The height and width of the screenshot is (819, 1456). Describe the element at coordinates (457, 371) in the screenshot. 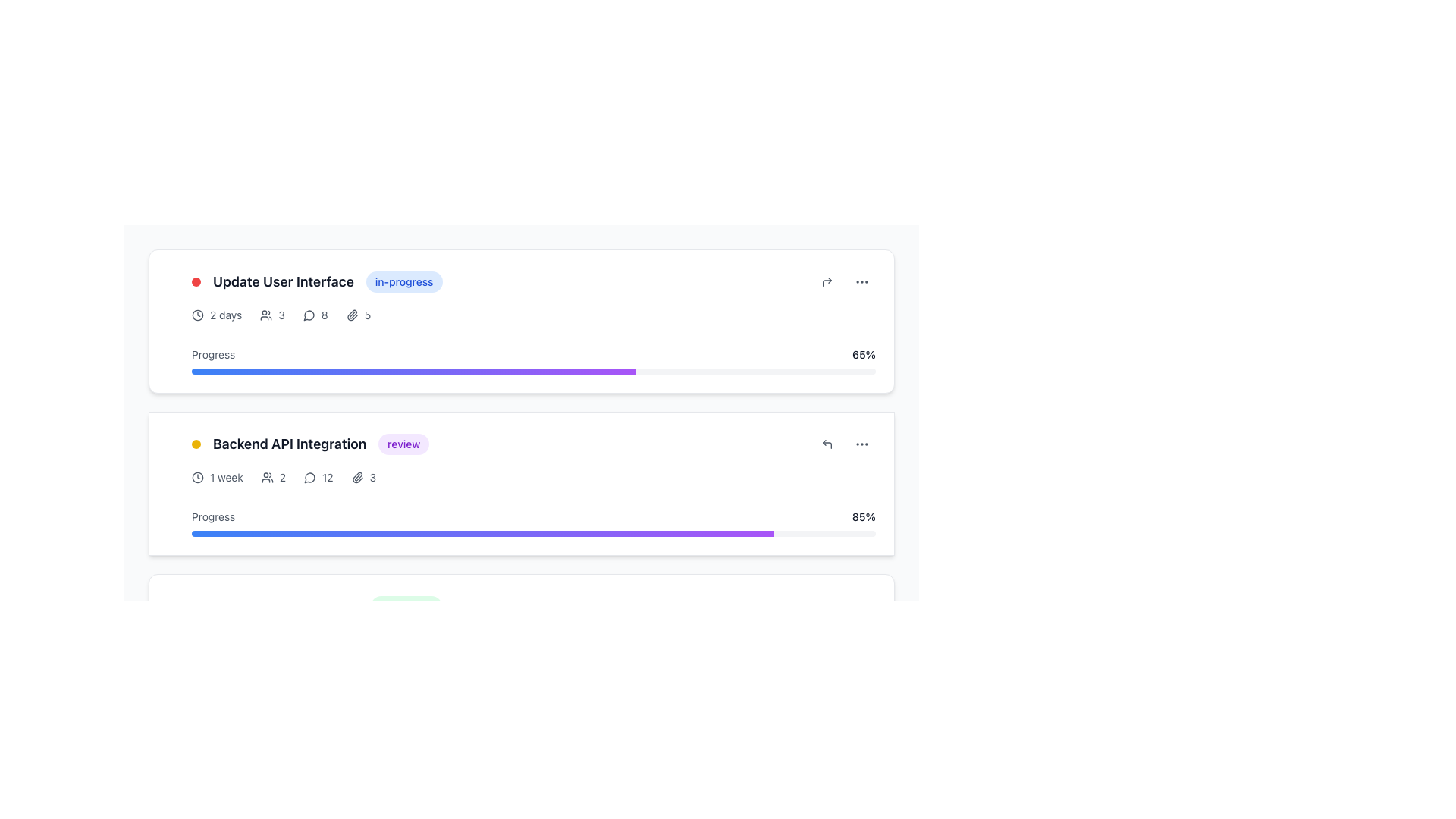

I see `progress` at that location.